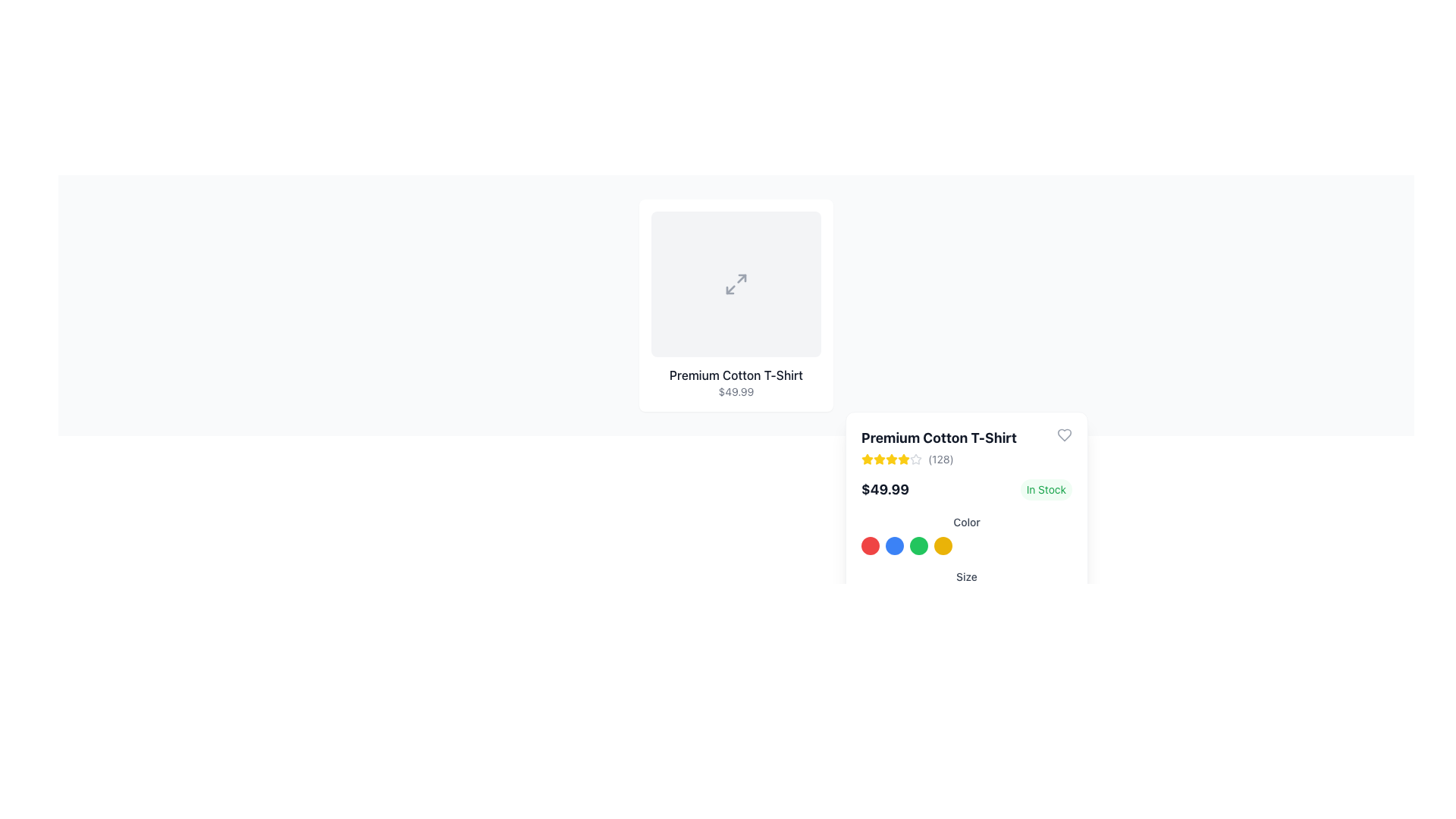 The width and height of the screenshot is (1456, 819). What do you see at coordinates (903, 458) in the screenshot?
I see `the first star icon in the rating system next to the 'Premium Cotton T-Shirt' title` at bounding box center [903, 458].